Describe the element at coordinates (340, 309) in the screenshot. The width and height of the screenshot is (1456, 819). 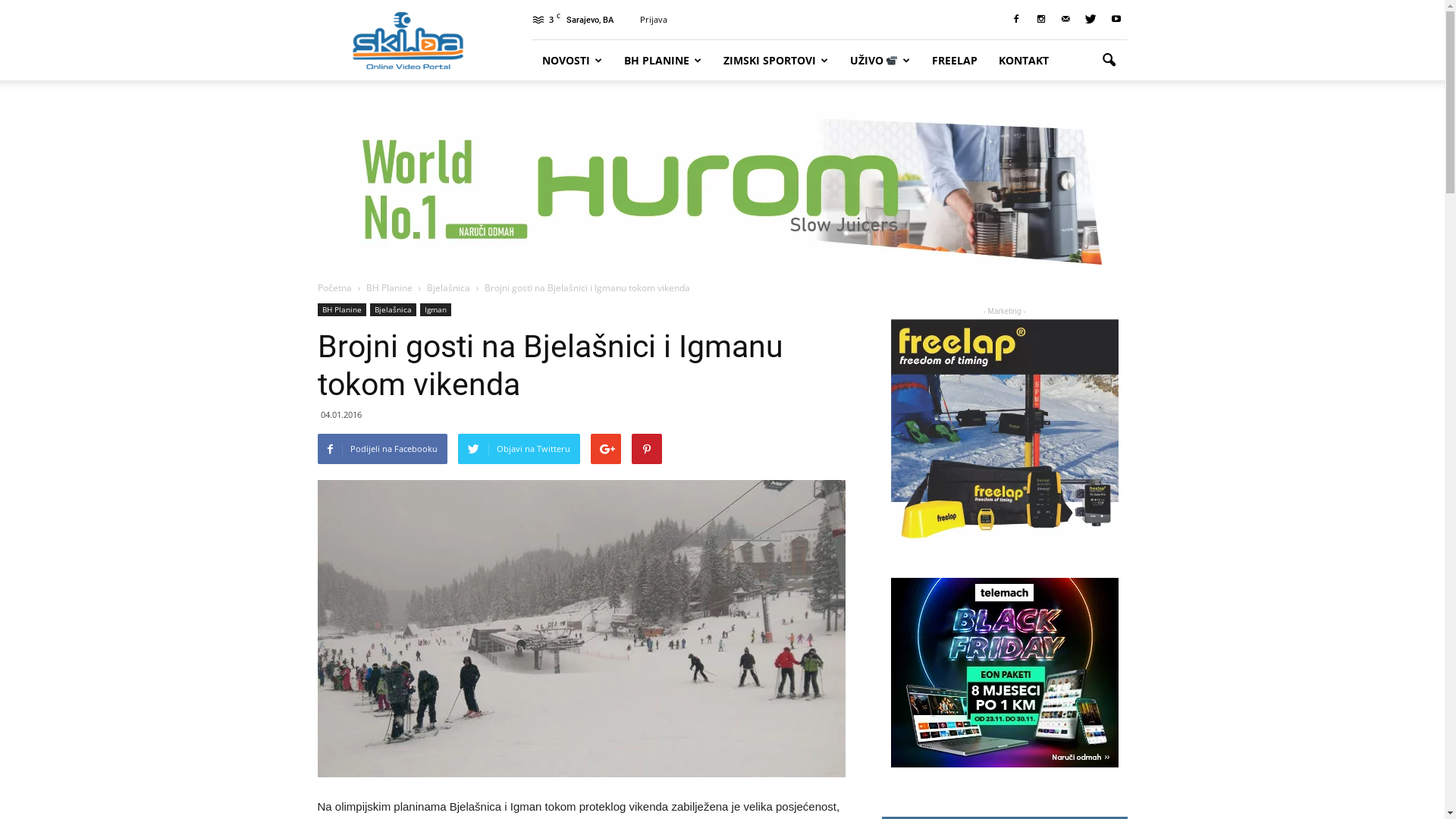
I see `'BH Planine'` at that location.